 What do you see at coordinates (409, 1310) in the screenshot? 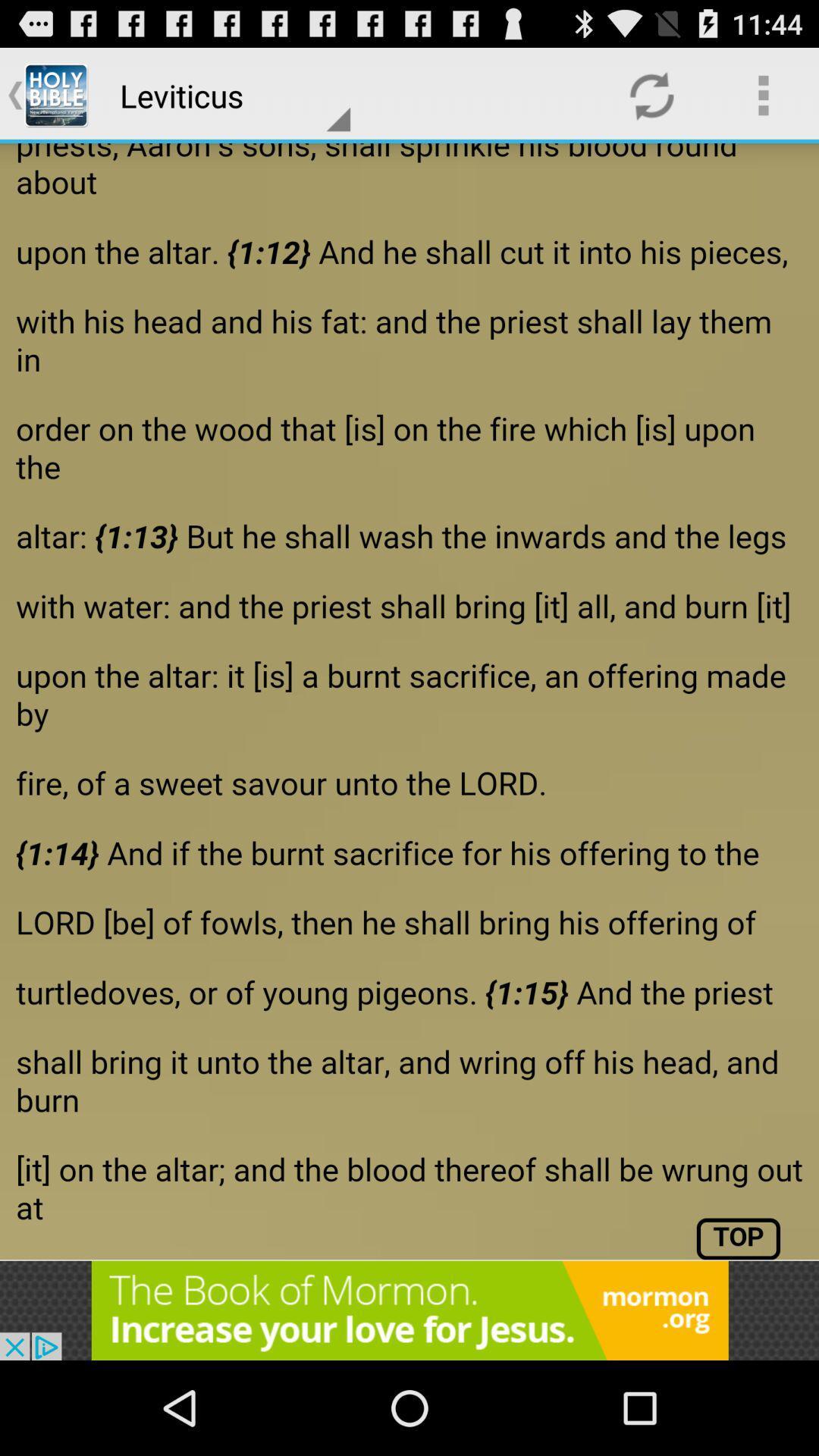
I see `advertisement website` at bounding box center [409, 1310].